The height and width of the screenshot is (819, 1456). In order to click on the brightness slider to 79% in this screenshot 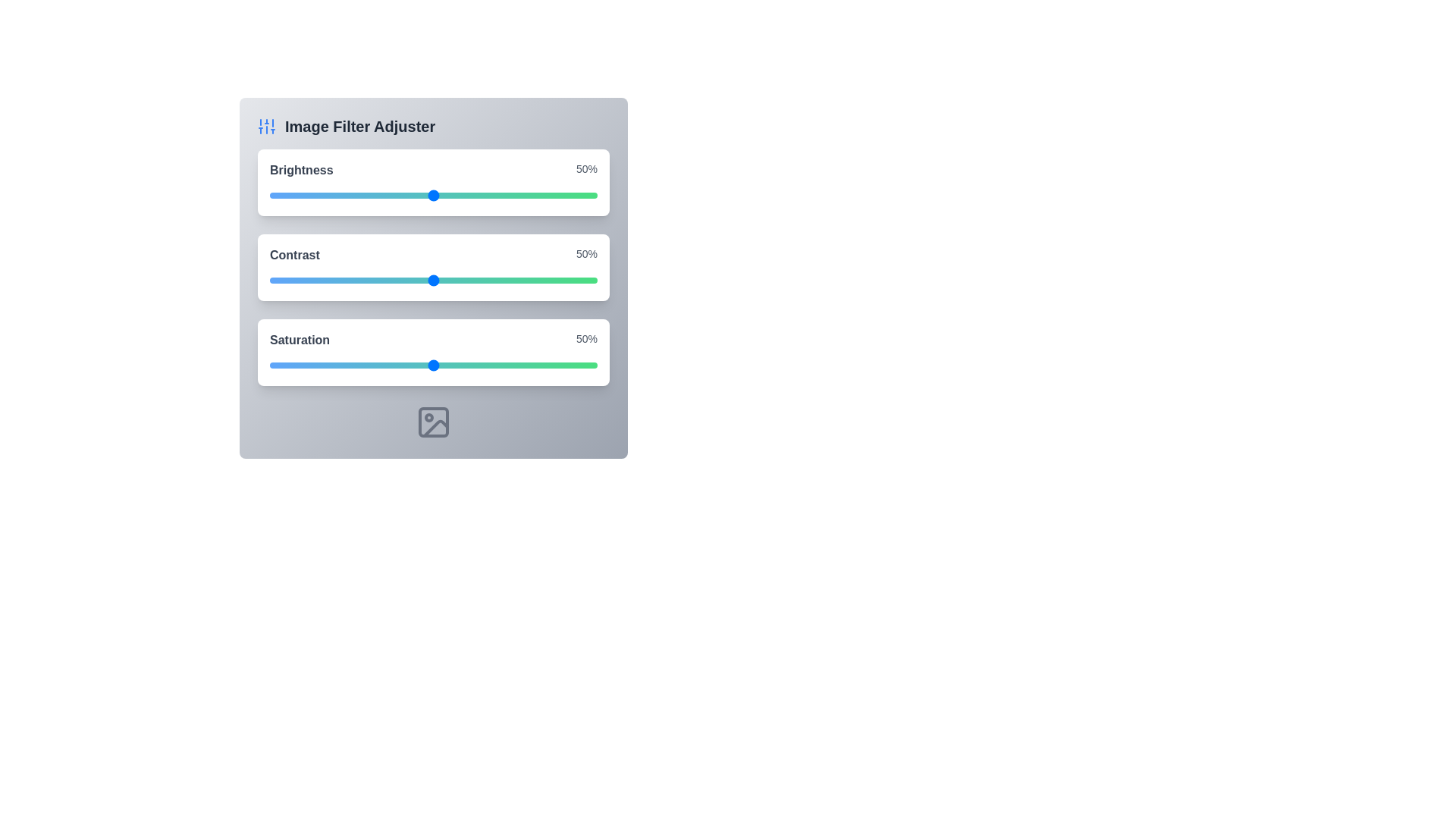, I will do `click(529, 195)`.